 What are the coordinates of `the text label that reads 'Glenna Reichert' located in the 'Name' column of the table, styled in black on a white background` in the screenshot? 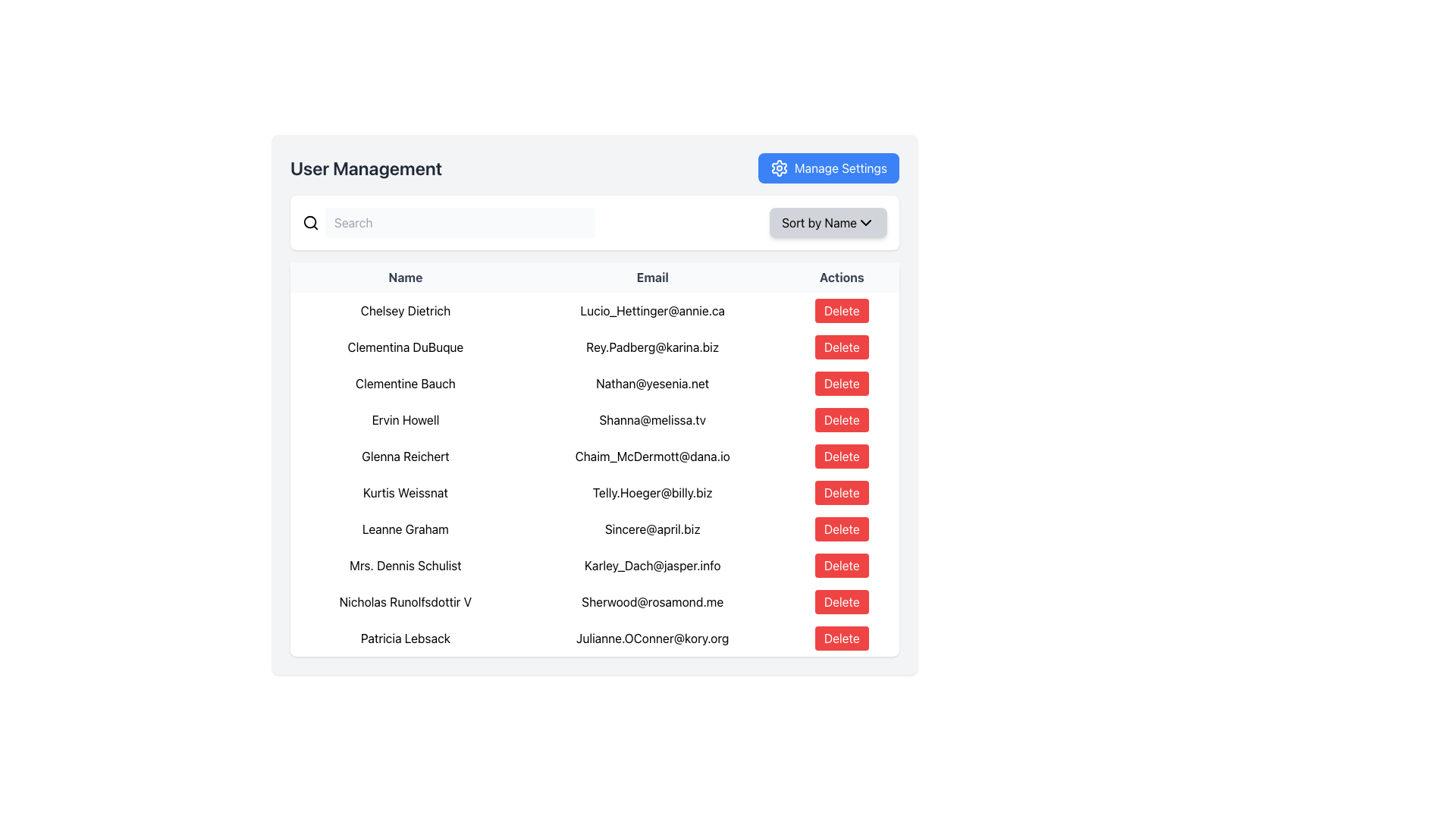 It's located at (405, 455).